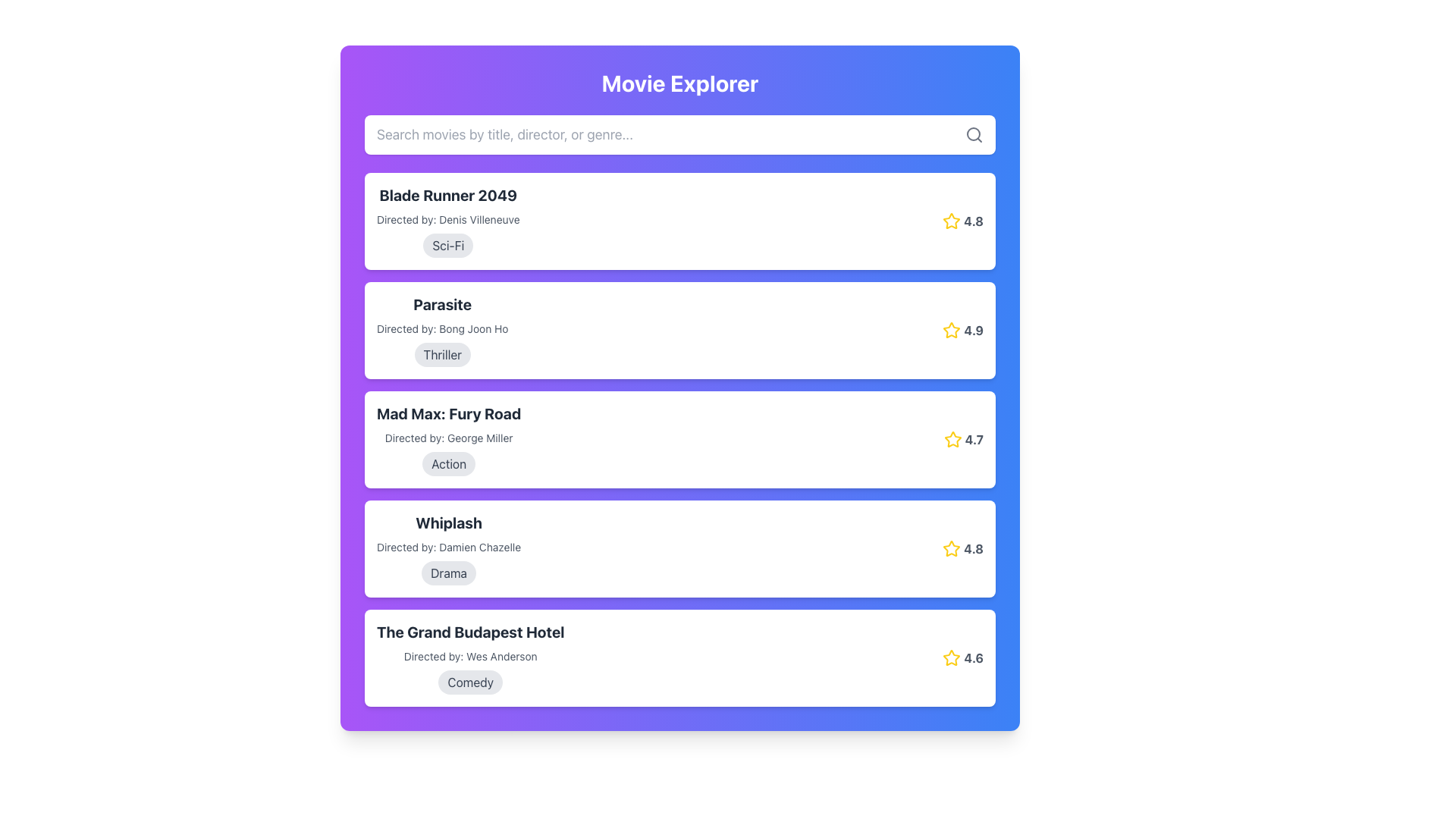 Image resolution: width=1456 pixels, height=819 pixels. What do you see at coordinates (962, 221) in the screenshot?
I see `rating value displayed in the rating widget for the movie 'Blade Runner 2049', which is located on the right-hand side of the movie display card, near the top-right corner` at bounding box center [962, 221].